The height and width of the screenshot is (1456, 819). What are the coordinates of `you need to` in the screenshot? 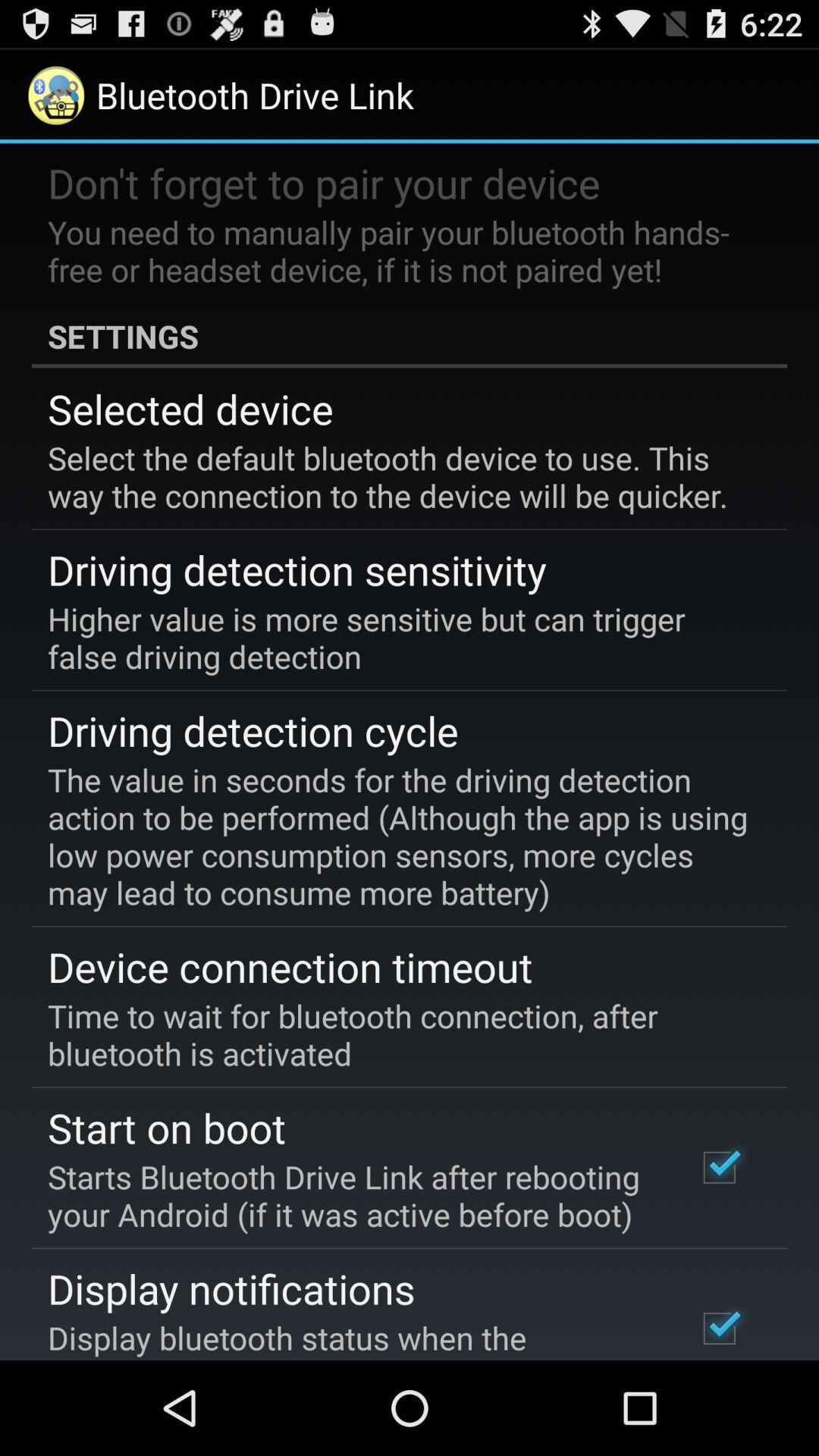 It's located at (398, 250).